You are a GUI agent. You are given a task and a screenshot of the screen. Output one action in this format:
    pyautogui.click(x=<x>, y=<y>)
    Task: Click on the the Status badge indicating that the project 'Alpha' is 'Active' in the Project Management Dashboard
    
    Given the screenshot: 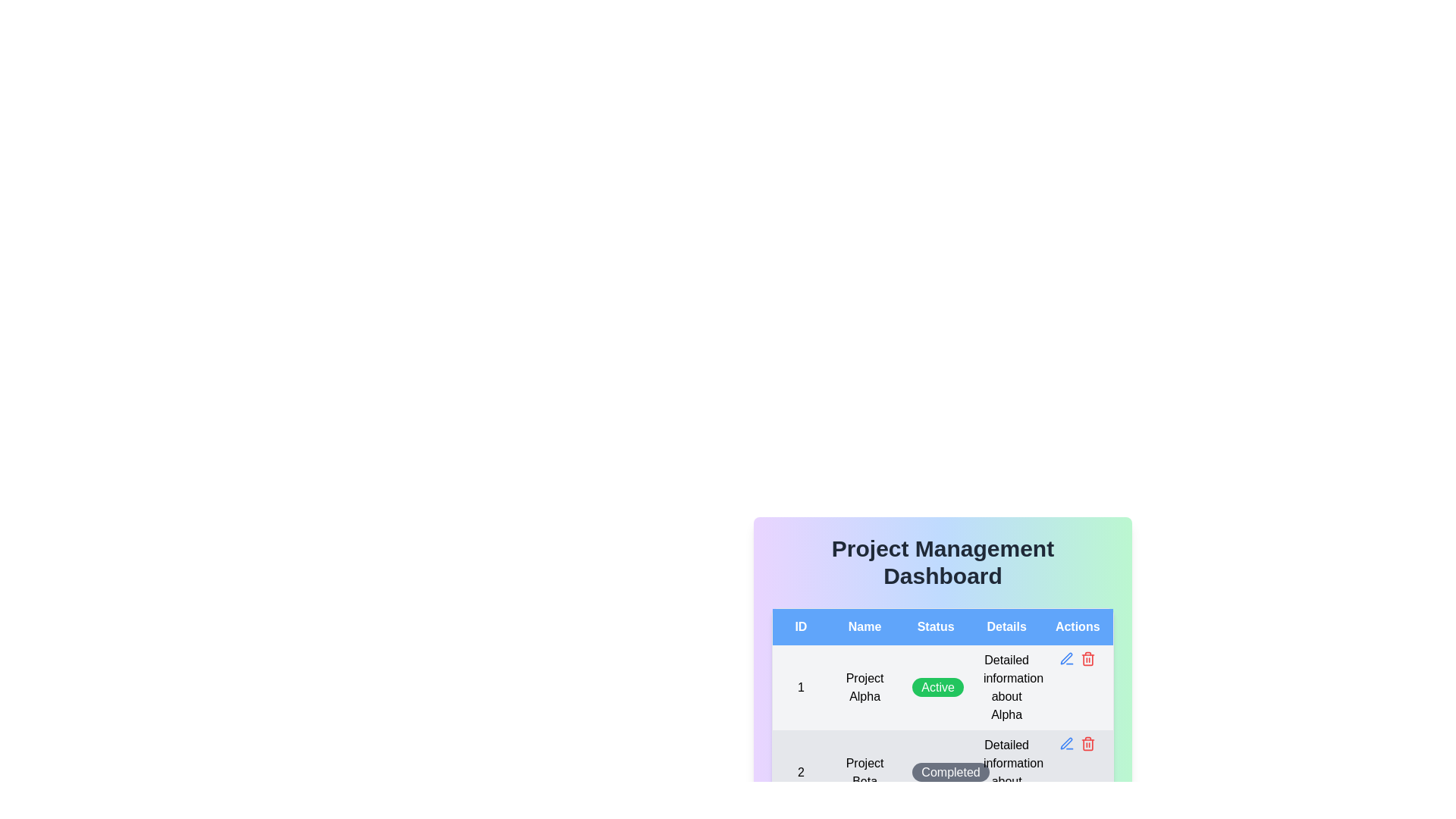 What is the action you would take?
    pyautogui.click(x=937, y=687)
    